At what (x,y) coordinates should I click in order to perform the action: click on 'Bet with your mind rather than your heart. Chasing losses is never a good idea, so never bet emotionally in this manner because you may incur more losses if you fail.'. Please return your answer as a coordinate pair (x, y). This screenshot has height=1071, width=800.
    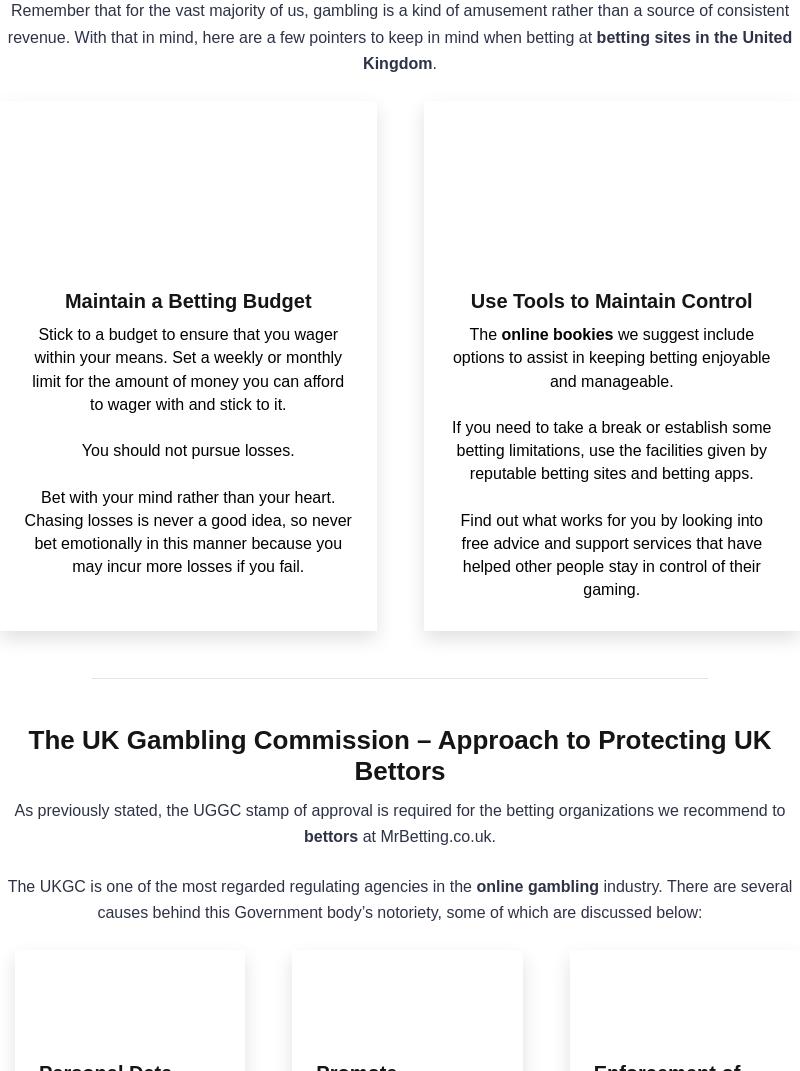
    Looking at the image, I should click on (186, 530).